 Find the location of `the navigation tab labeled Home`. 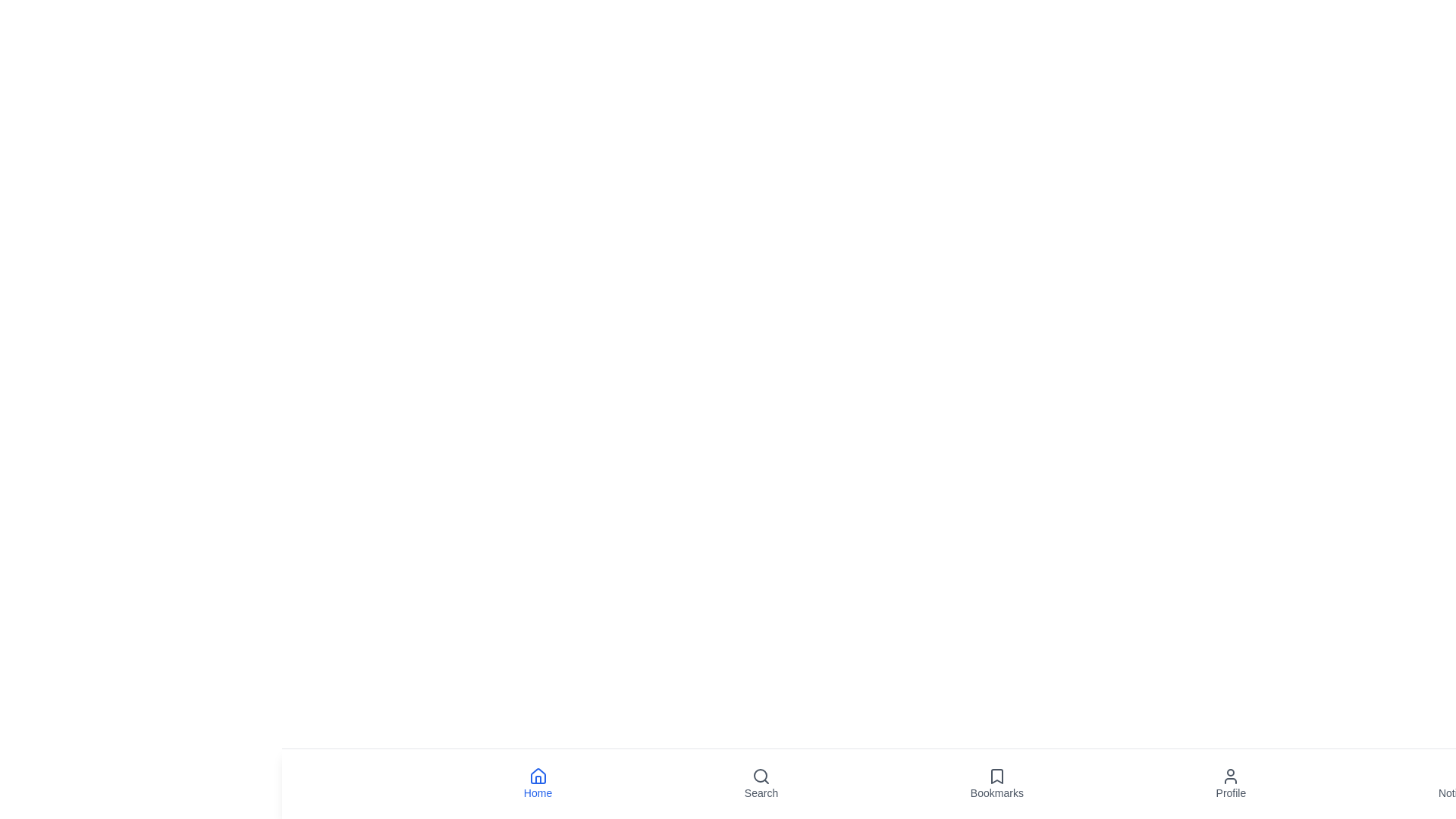

the navigation tab labeled Home is located at coordinates (538, 783).